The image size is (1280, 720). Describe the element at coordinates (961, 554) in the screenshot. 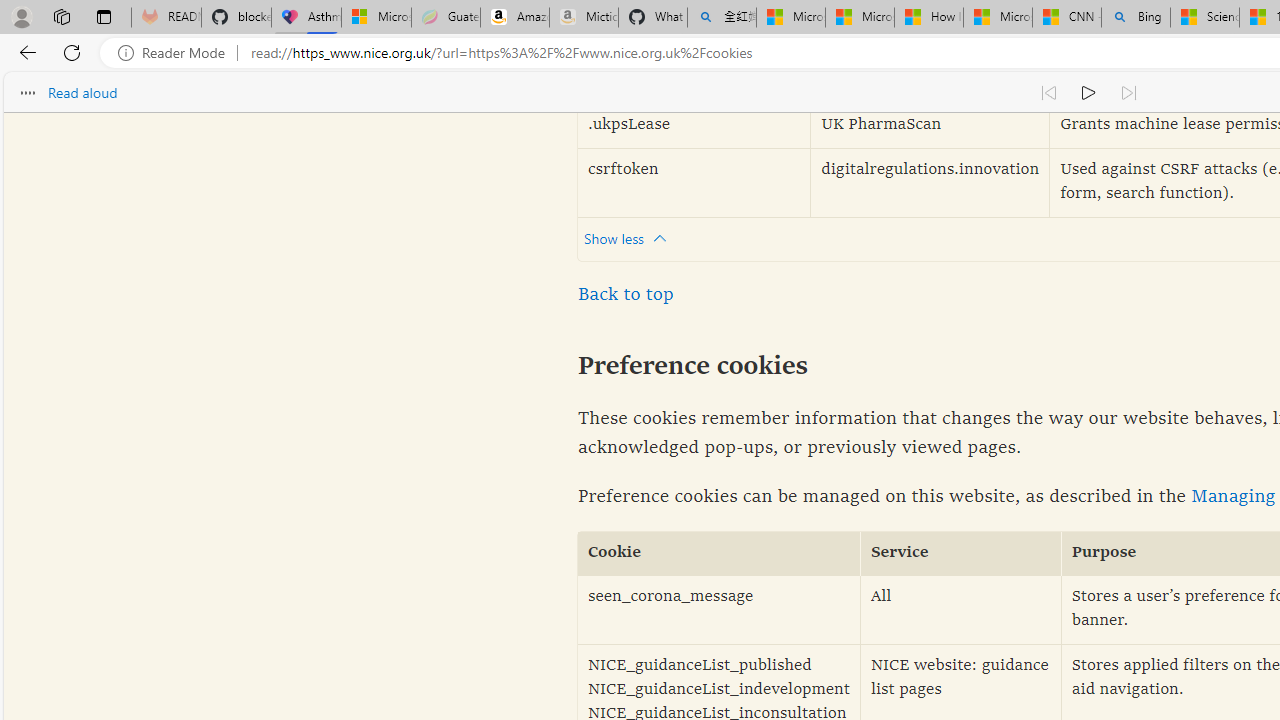

I see `'Service'` at that location.